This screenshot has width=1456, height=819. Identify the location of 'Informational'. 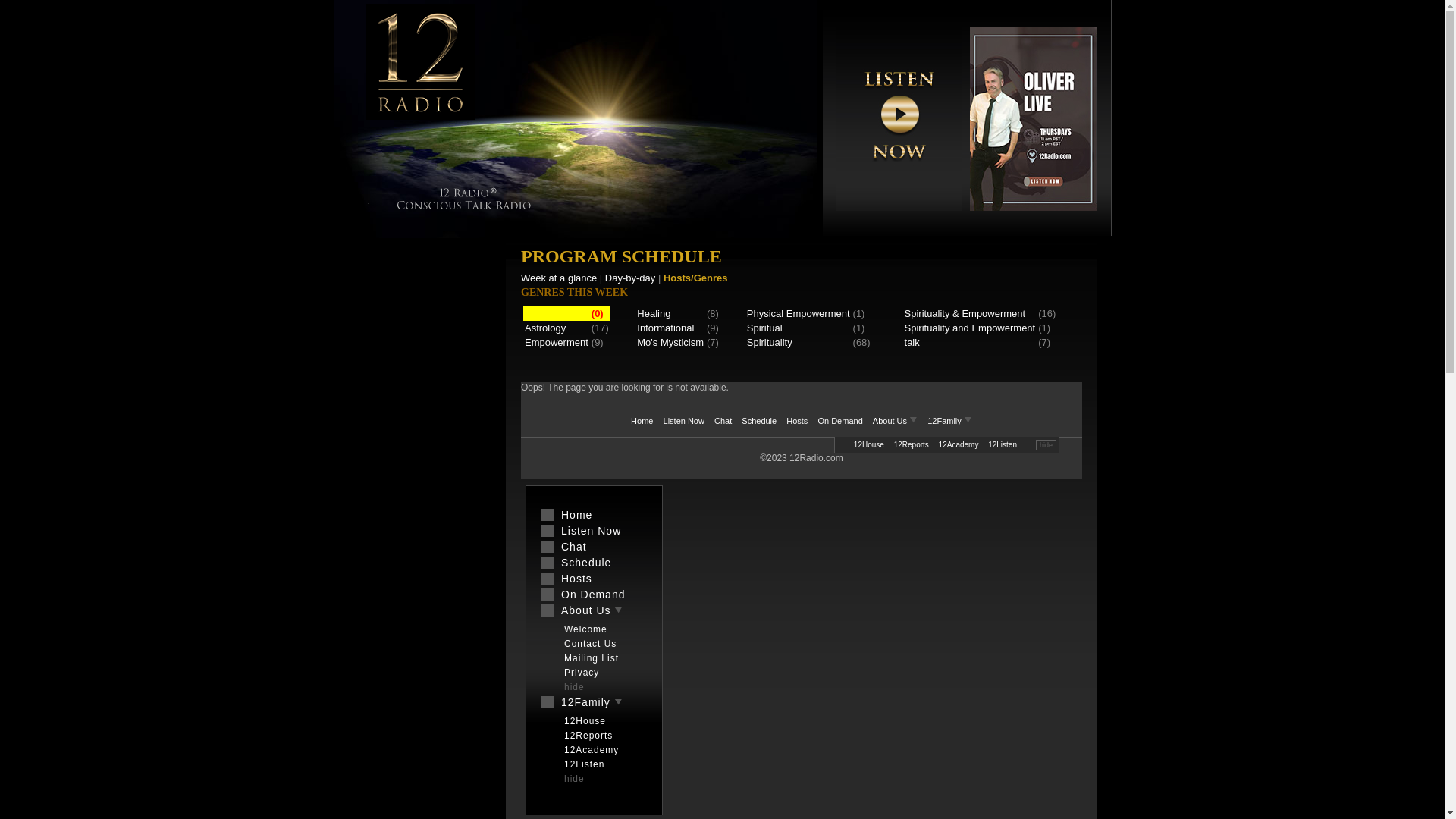
(637, 327).